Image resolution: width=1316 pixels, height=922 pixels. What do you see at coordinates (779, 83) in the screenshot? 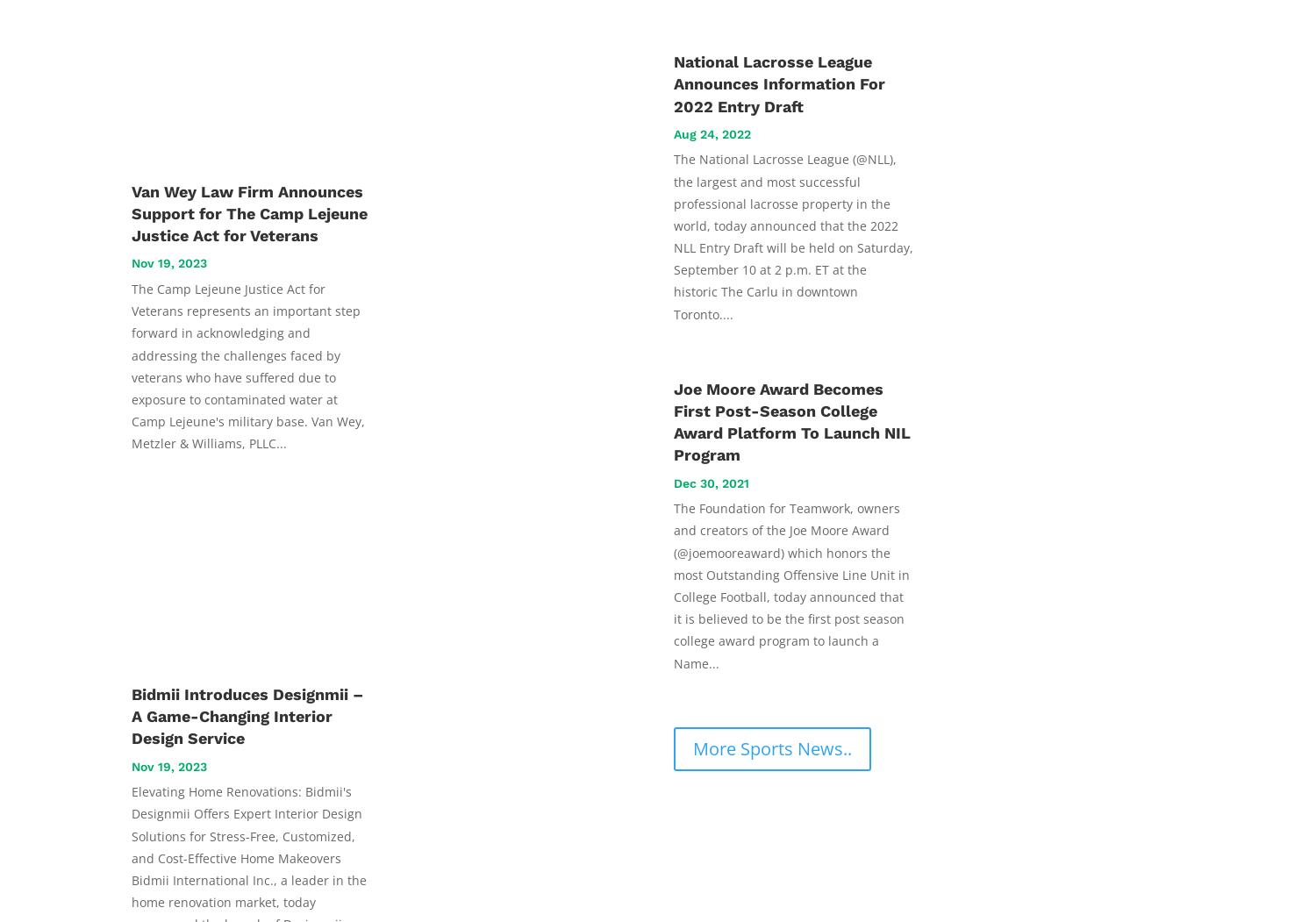
I see `'National Lacrosse League Announces Information For 2022 Entry Draft'` at bounding box center [779, 83].